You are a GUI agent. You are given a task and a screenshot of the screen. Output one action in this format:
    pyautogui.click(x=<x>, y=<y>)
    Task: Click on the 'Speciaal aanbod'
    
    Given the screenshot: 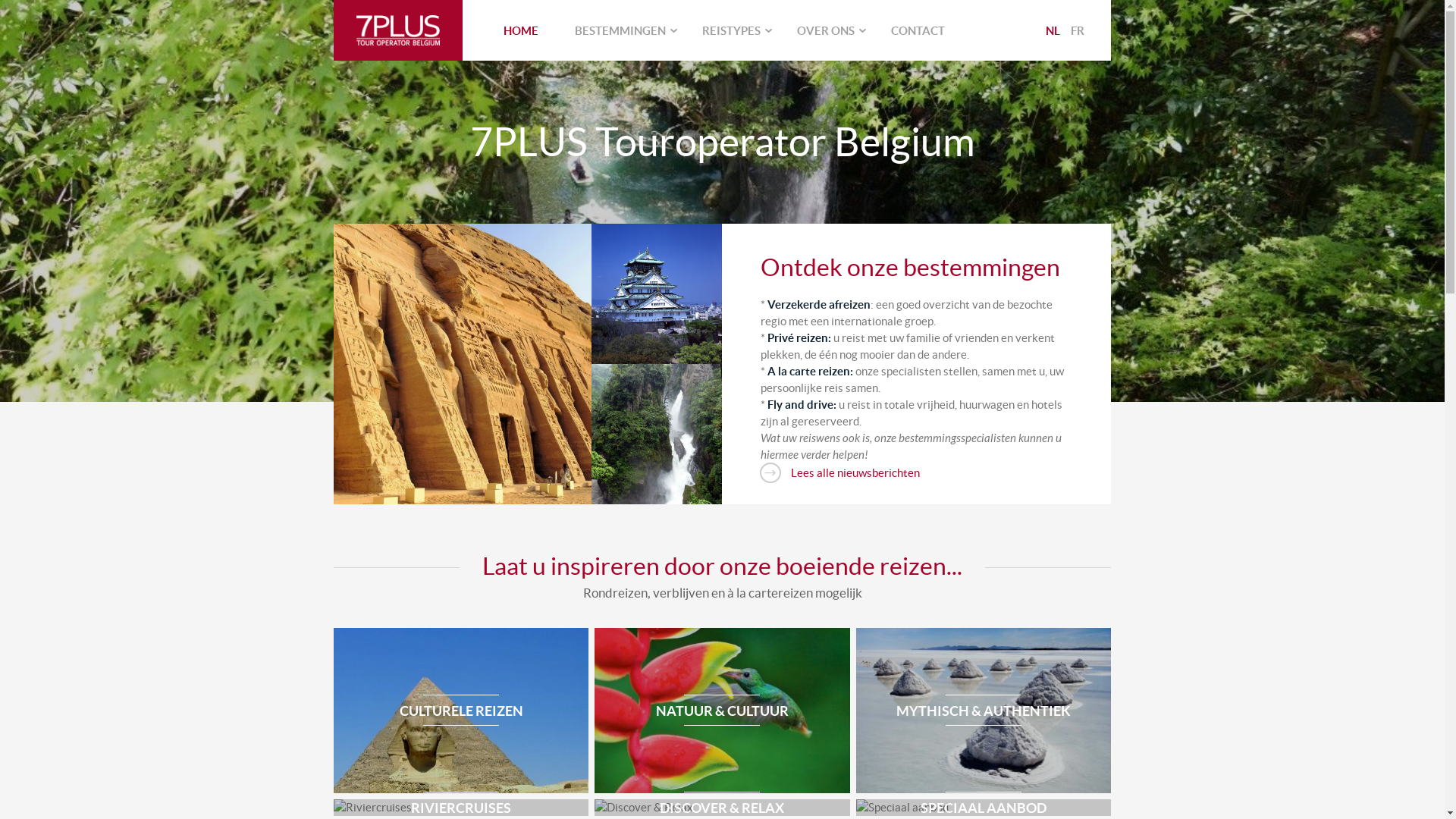 What is the action you would take?
    pyautogui.click(x=983, y=806)
    